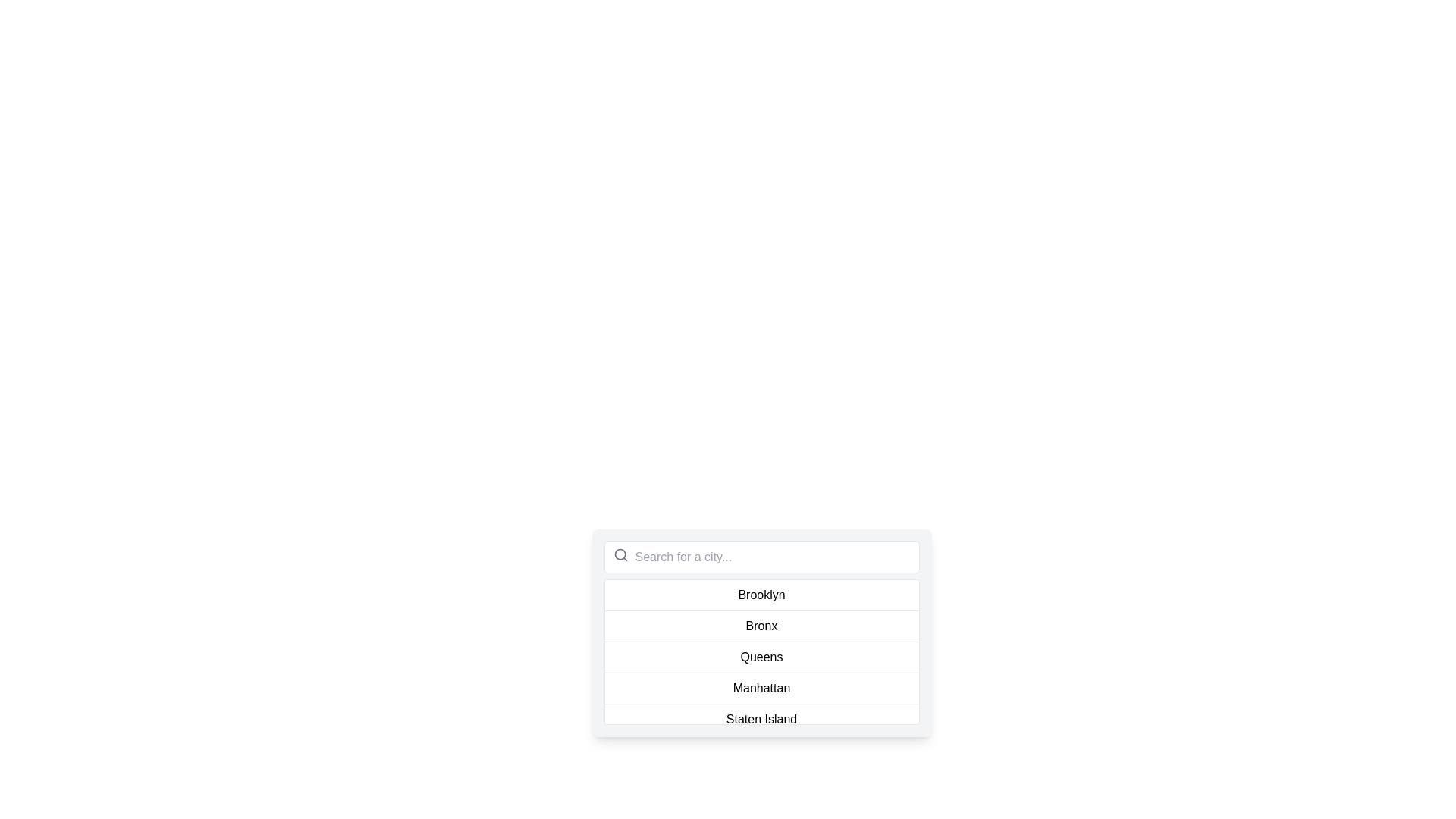 Image resolution: width=1456 pixels, height=819 pixels. What do you see at coordinates (761, 626) in the screenshot?
I see `the list item labeled 'Bronx', which is the second item in the dropdown menu located below 'Brooklyn' and above 'Queens'` at bounding box center [761, 626].